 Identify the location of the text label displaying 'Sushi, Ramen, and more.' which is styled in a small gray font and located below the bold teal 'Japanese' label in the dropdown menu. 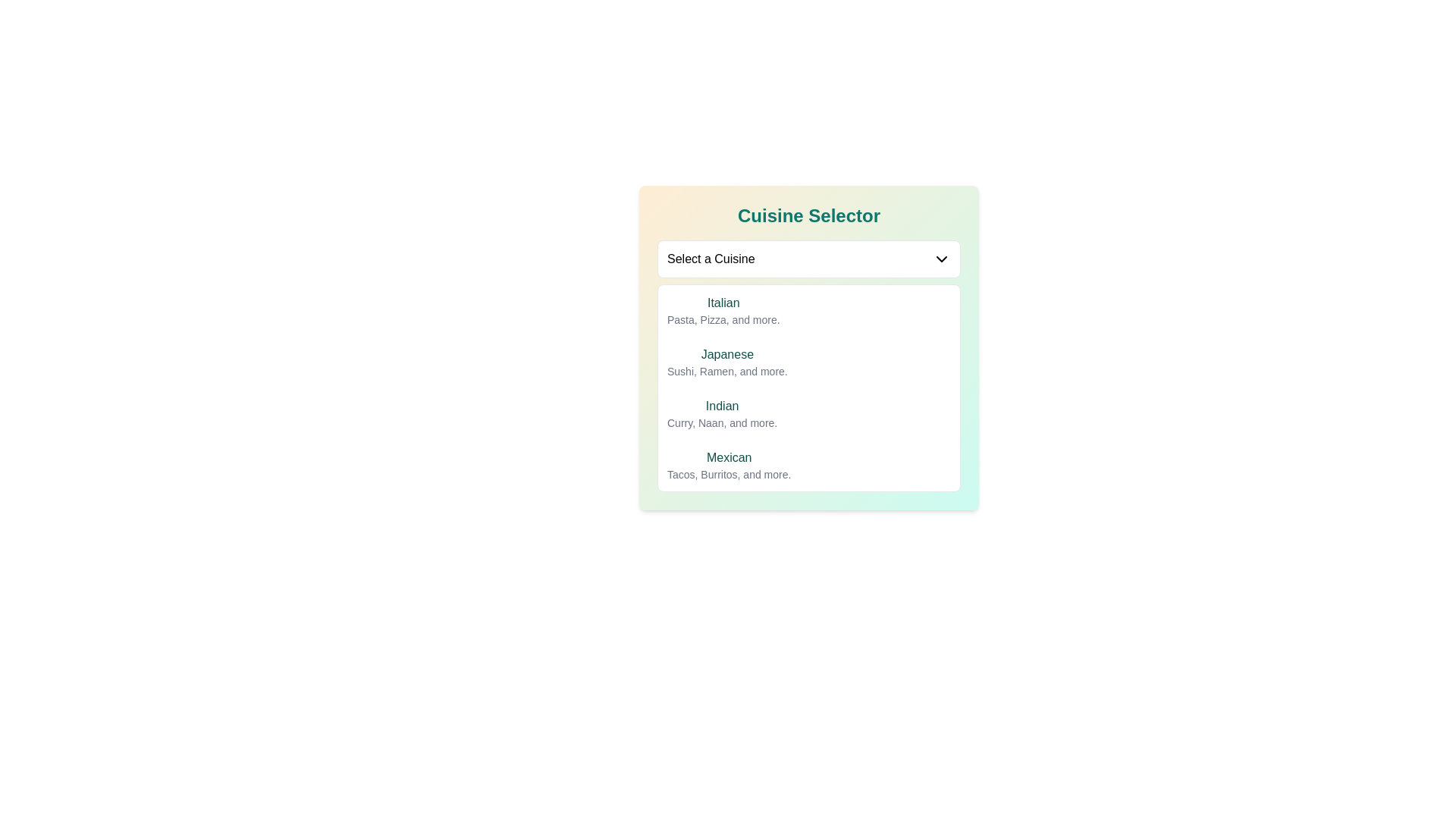
(726, 371).